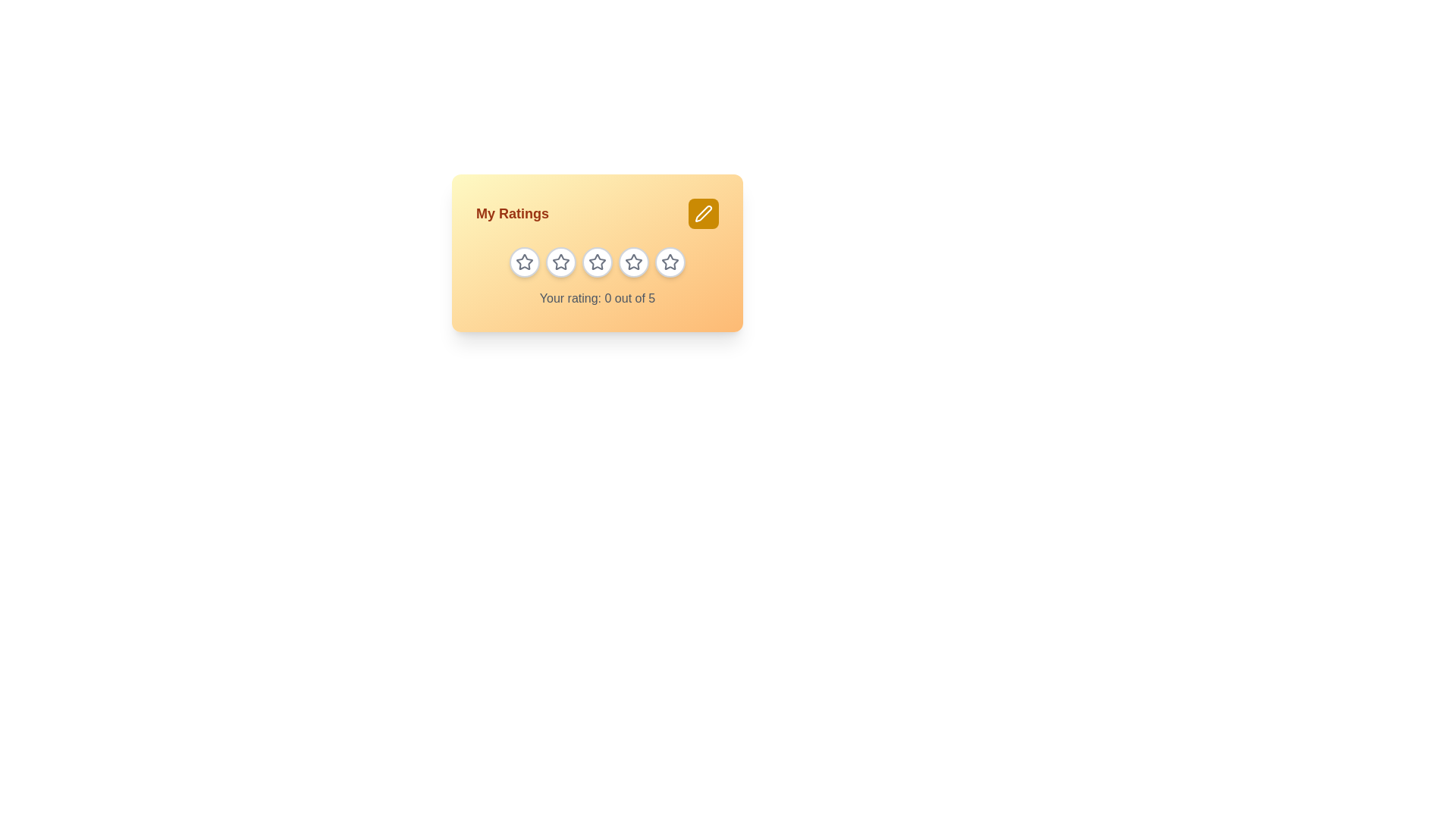 Image resolution: width=1456 pixels, height=819 pixels. I want to click on the first rating button, which is a circular button with a star icon, located within the 'My Ratings' section, so click(524, 262).